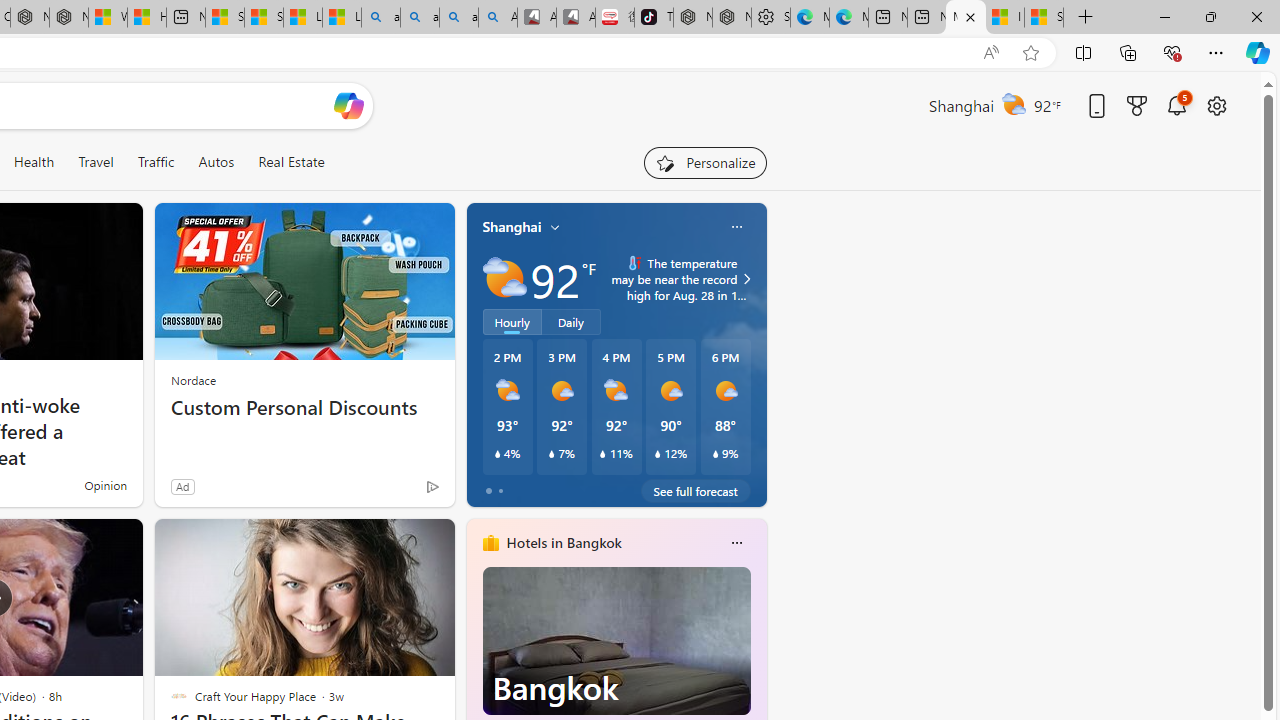 The image size is (1280, 720). I want to click on 'Personalize your feed"', so click(705, 162).